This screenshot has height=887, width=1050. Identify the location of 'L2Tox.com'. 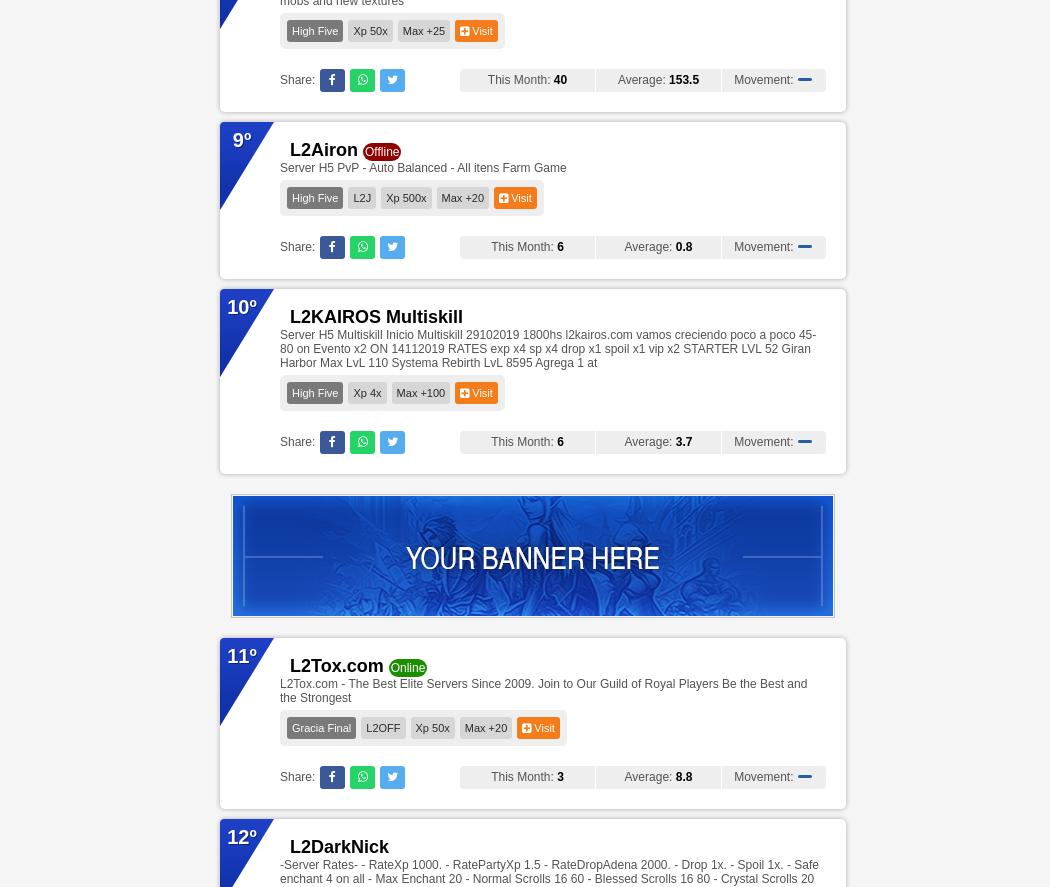
(289, 664).